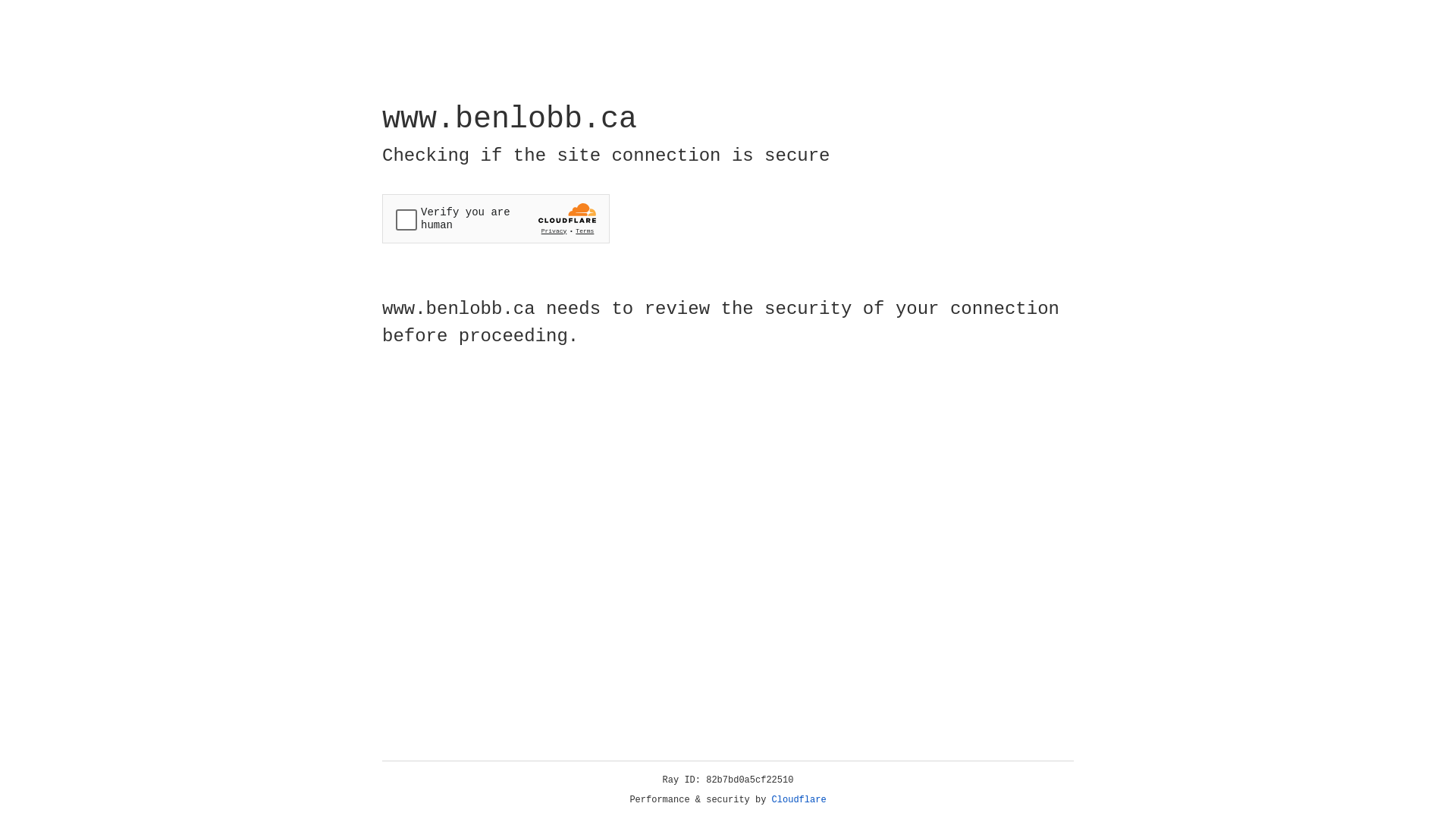  Describe the element at coordinates (799, 799) in the screenshot. I see `'Cloudflare'` at that location.